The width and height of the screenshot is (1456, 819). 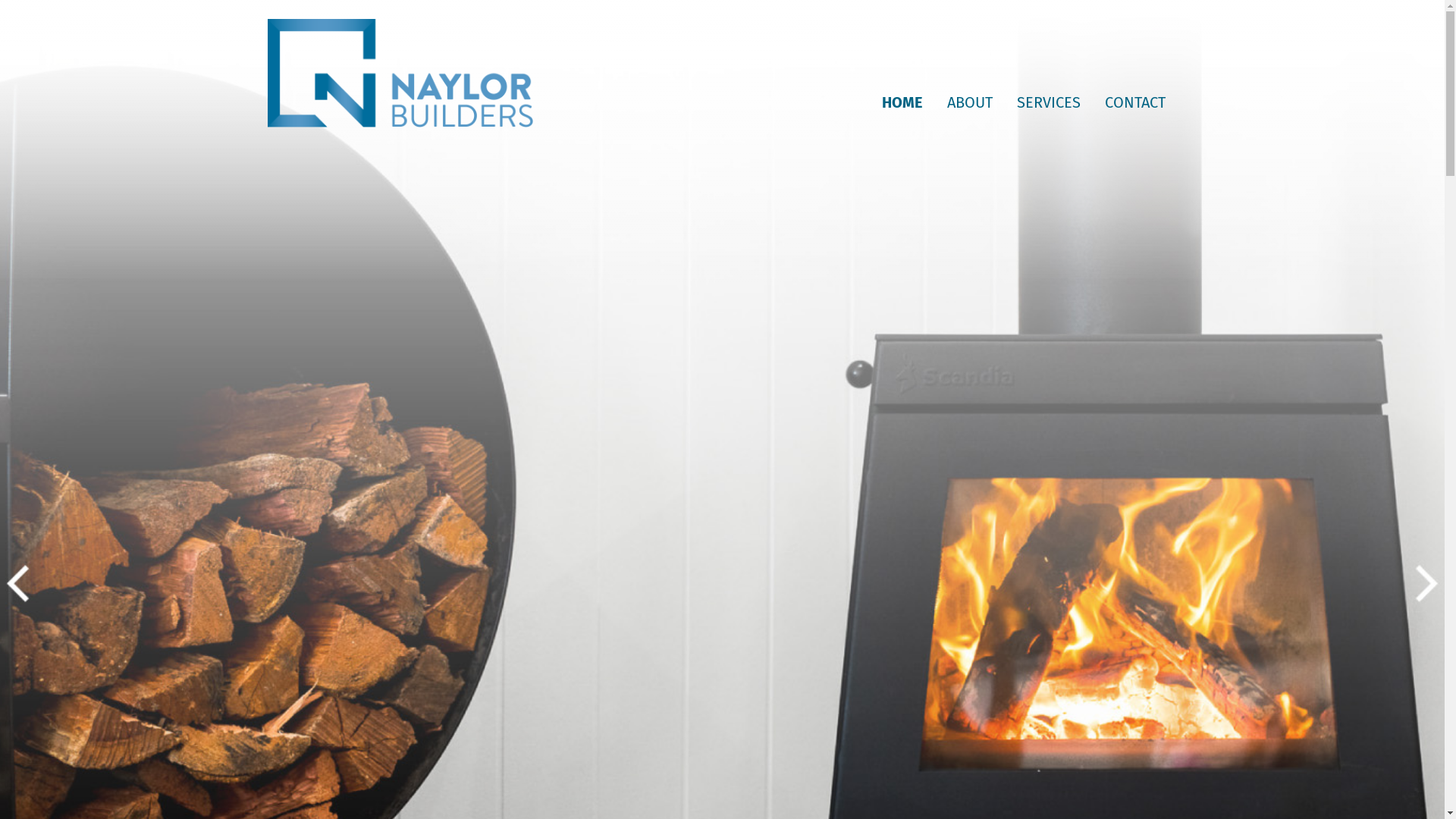 I want to click on 'HOME', so click(x=902, y=102).